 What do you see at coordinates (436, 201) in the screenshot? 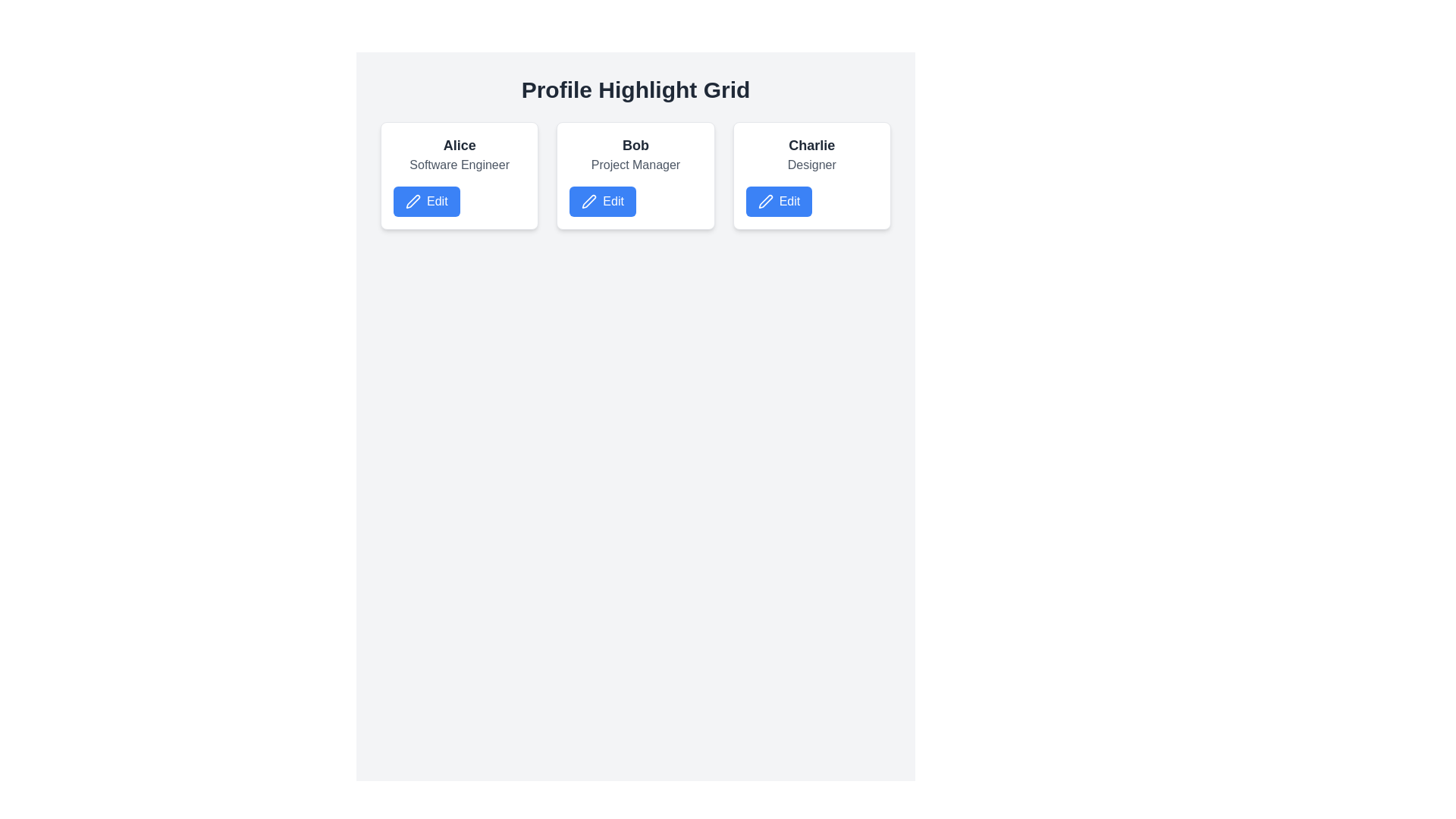
I see `the 'Edit' text label which is styled in white color on a blue rectangular button, located on the card labeled 'Alice'` at bounding box center [436, 201].